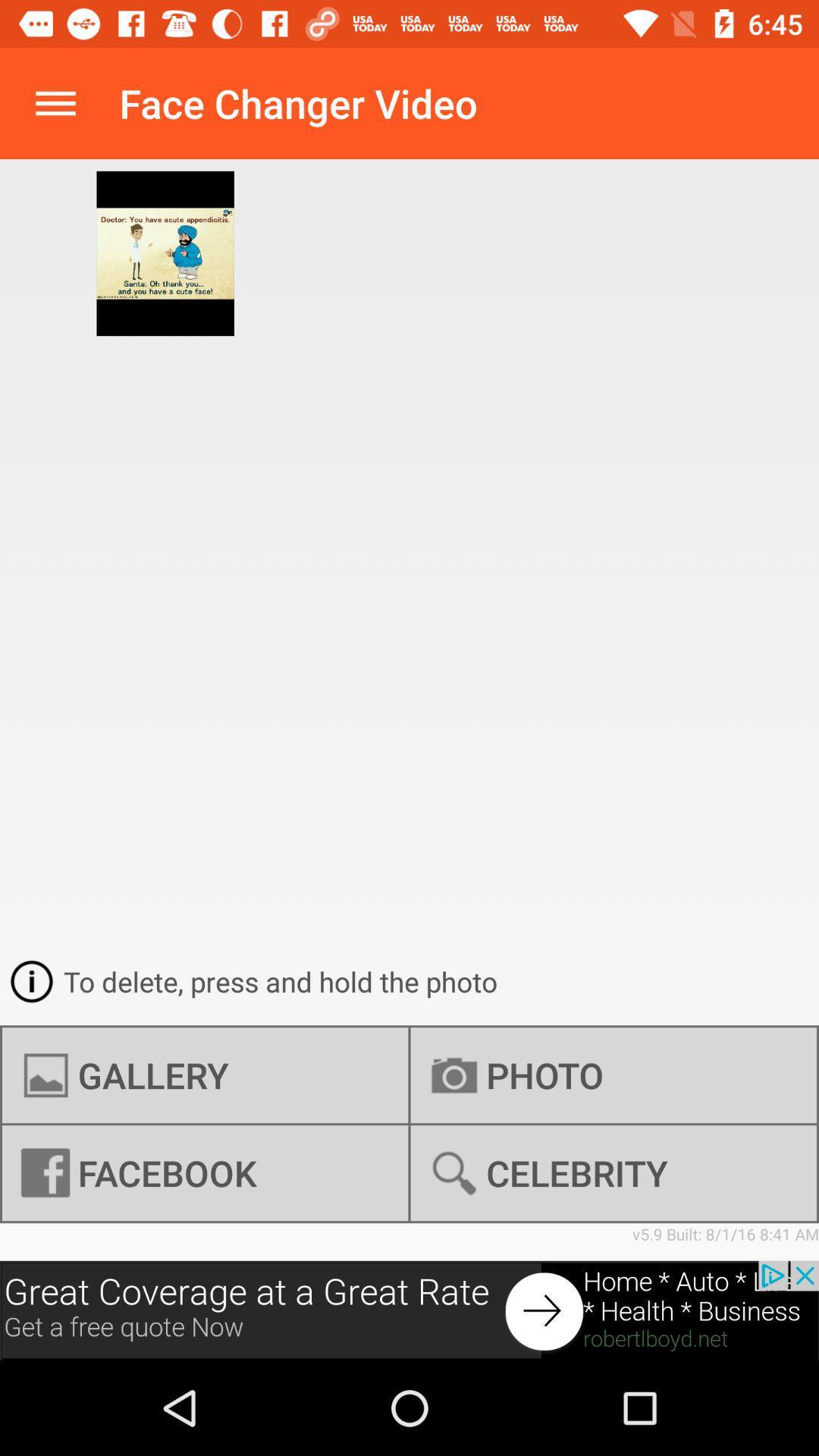 The height and width of the screenshot is (1456, 819). I want to click on the icon to the left of photo, so click(205, 1075).